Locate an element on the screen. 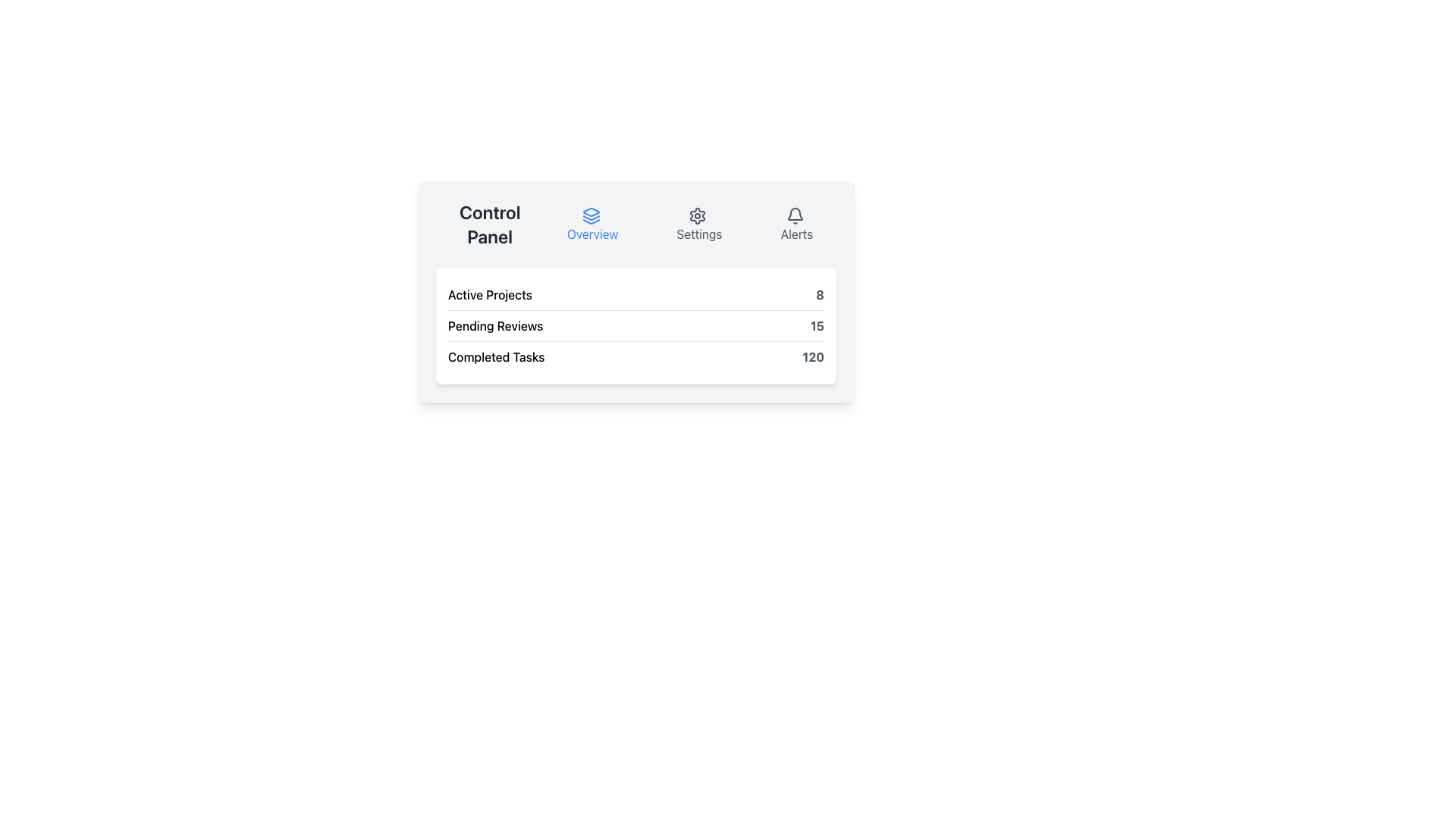 Image resolution: width=1456 pixels, height=819 pixels. the 'Settings' button with a gear icon is located at coordinates (698, 224).